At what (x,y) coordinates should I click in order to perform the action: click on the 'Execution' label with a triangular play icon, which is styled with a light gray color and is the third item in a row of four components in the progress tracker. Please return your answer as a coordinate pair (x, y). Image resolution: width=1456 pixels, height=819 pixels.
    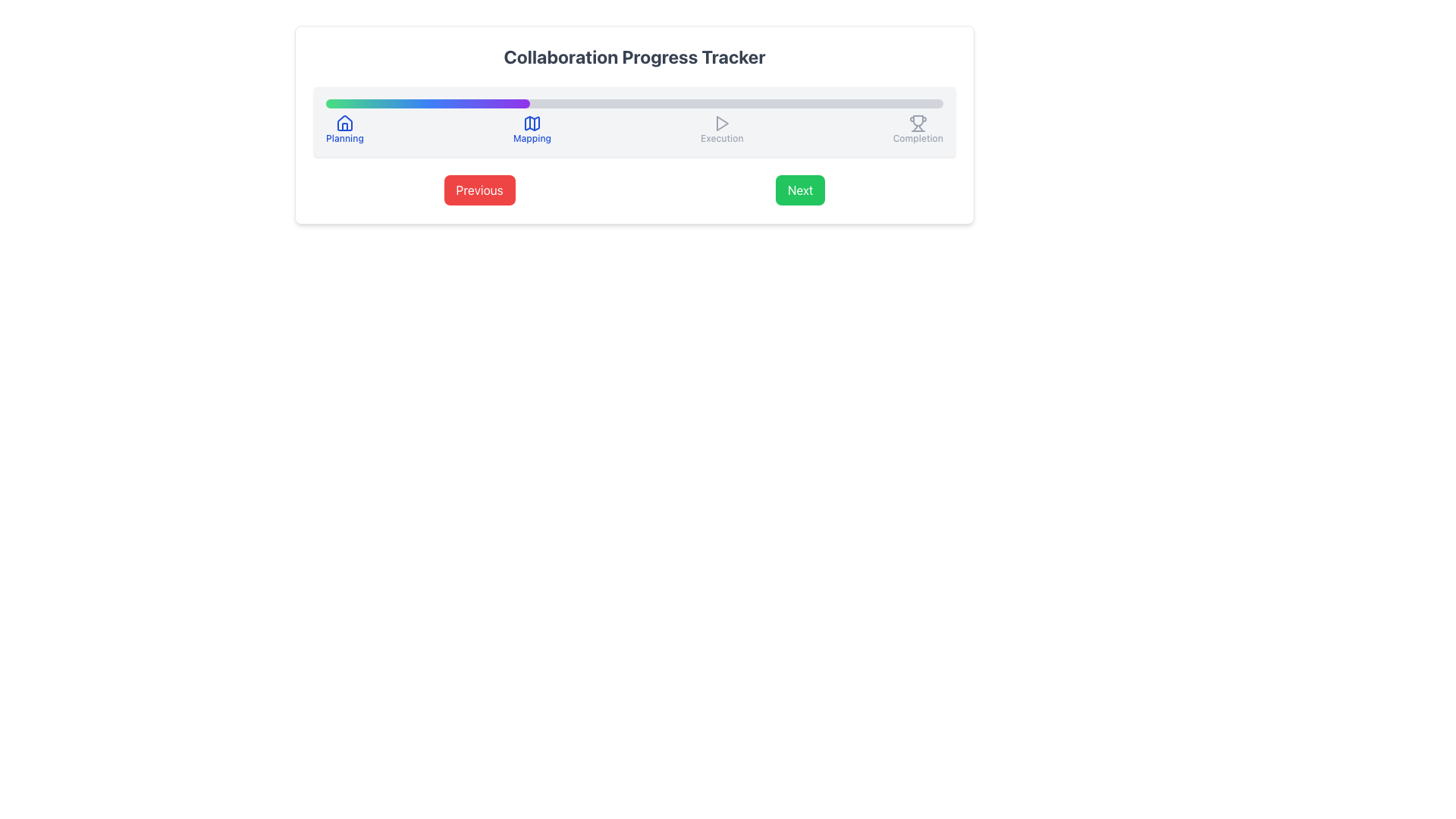
    Looking at the image, I should click on (721, 128).